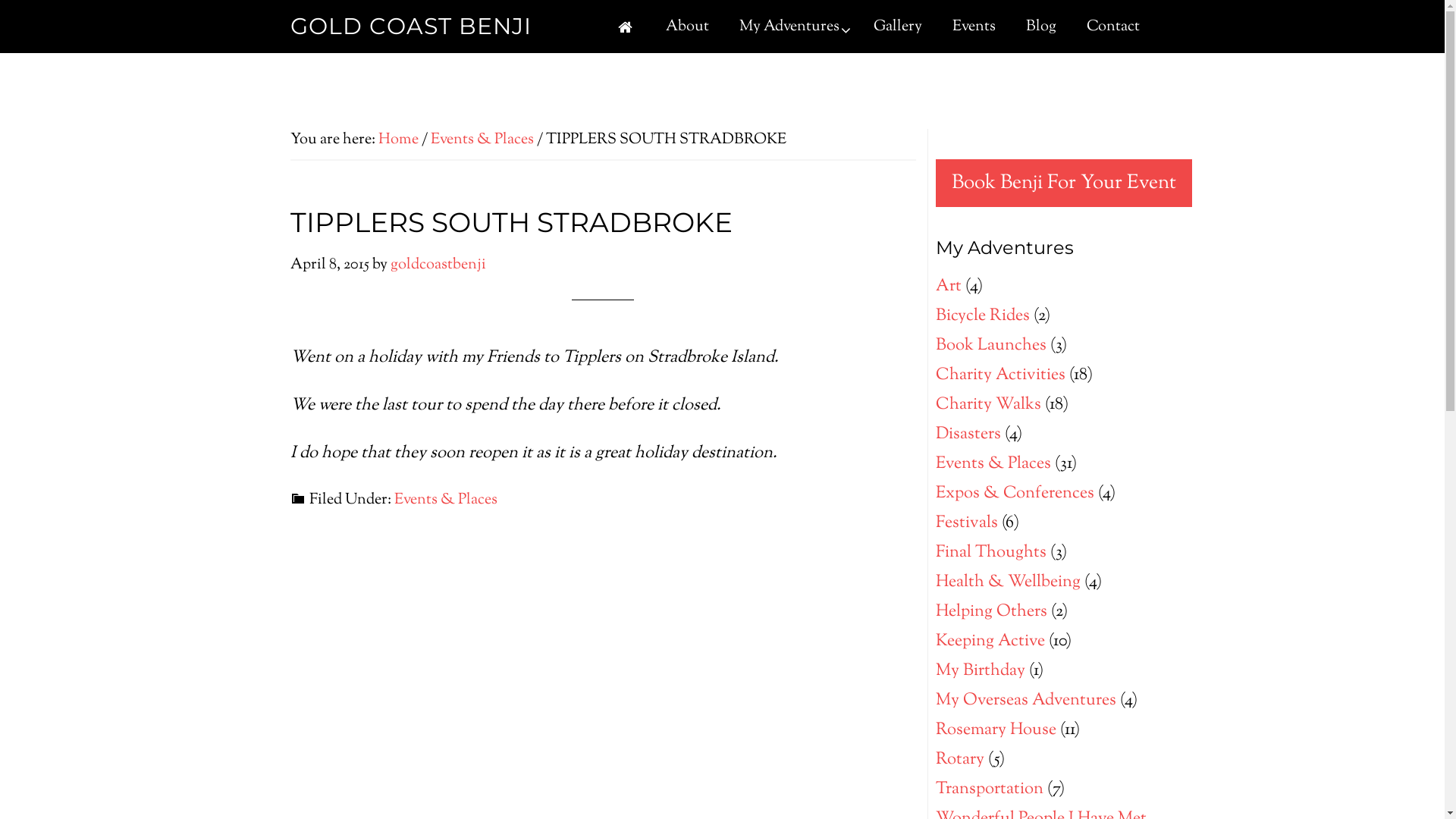 The width and height of the screenshot is (1456, 819). What do you see at coordinates (990, 789) in the screenshot?
I see `'Transportation'` at bounding box center [990, 789].